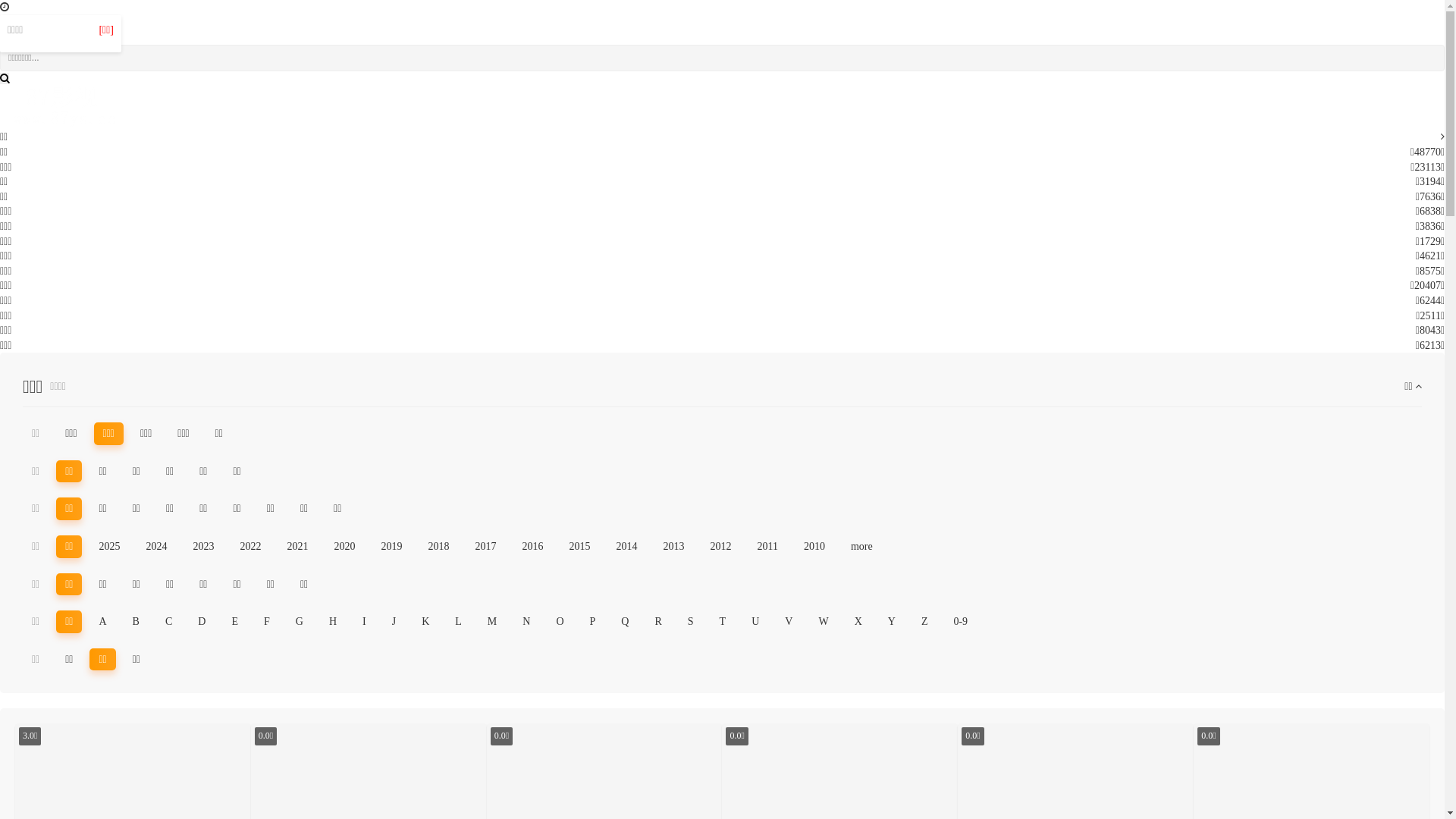 The image size is (1456, 819). What do you see at coordinates (202, 547) in the screenshot?
I see `'2023'` at bounding box center [202, 547].